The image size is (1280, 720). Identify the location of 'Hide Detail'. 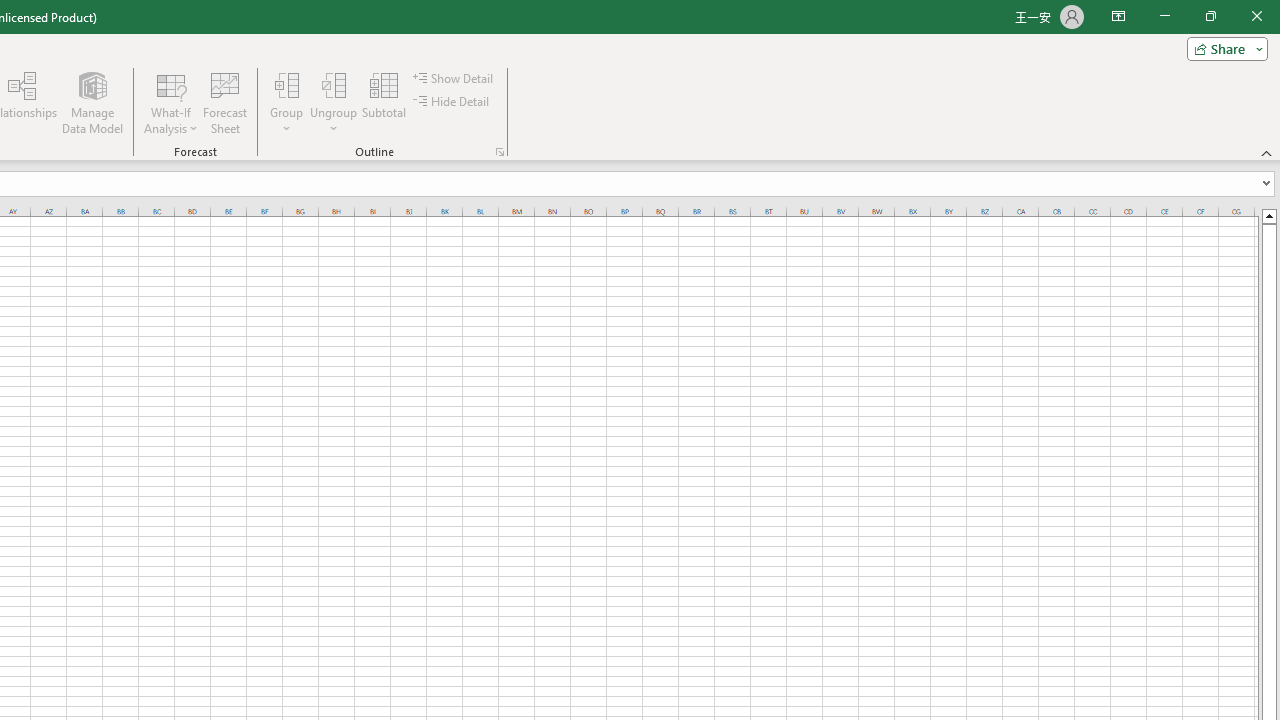
(452, 101).